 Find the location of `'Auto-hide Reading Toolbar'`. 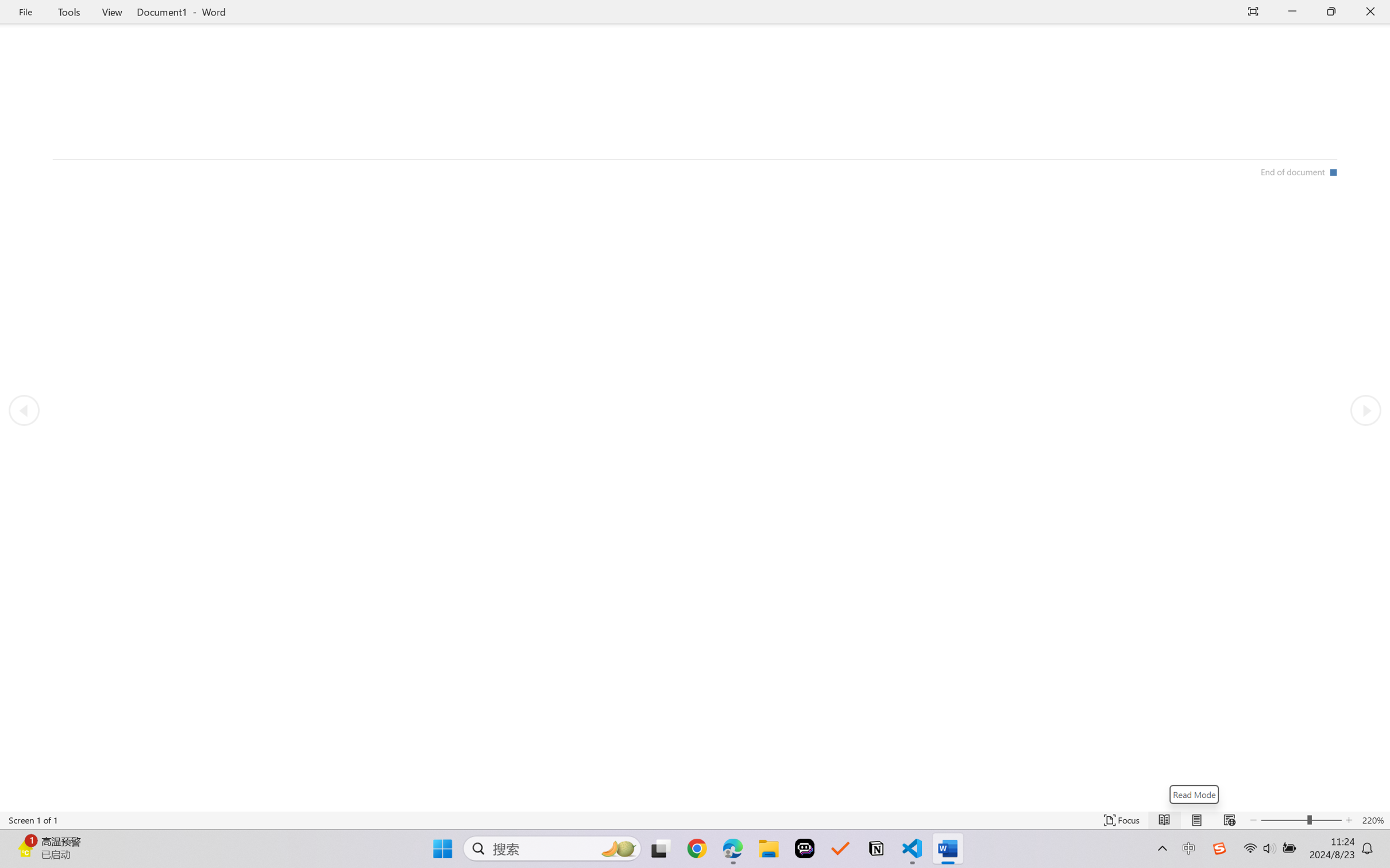

'Auto-hide Reading Toolbar' is located at coordinates (1253, 11).